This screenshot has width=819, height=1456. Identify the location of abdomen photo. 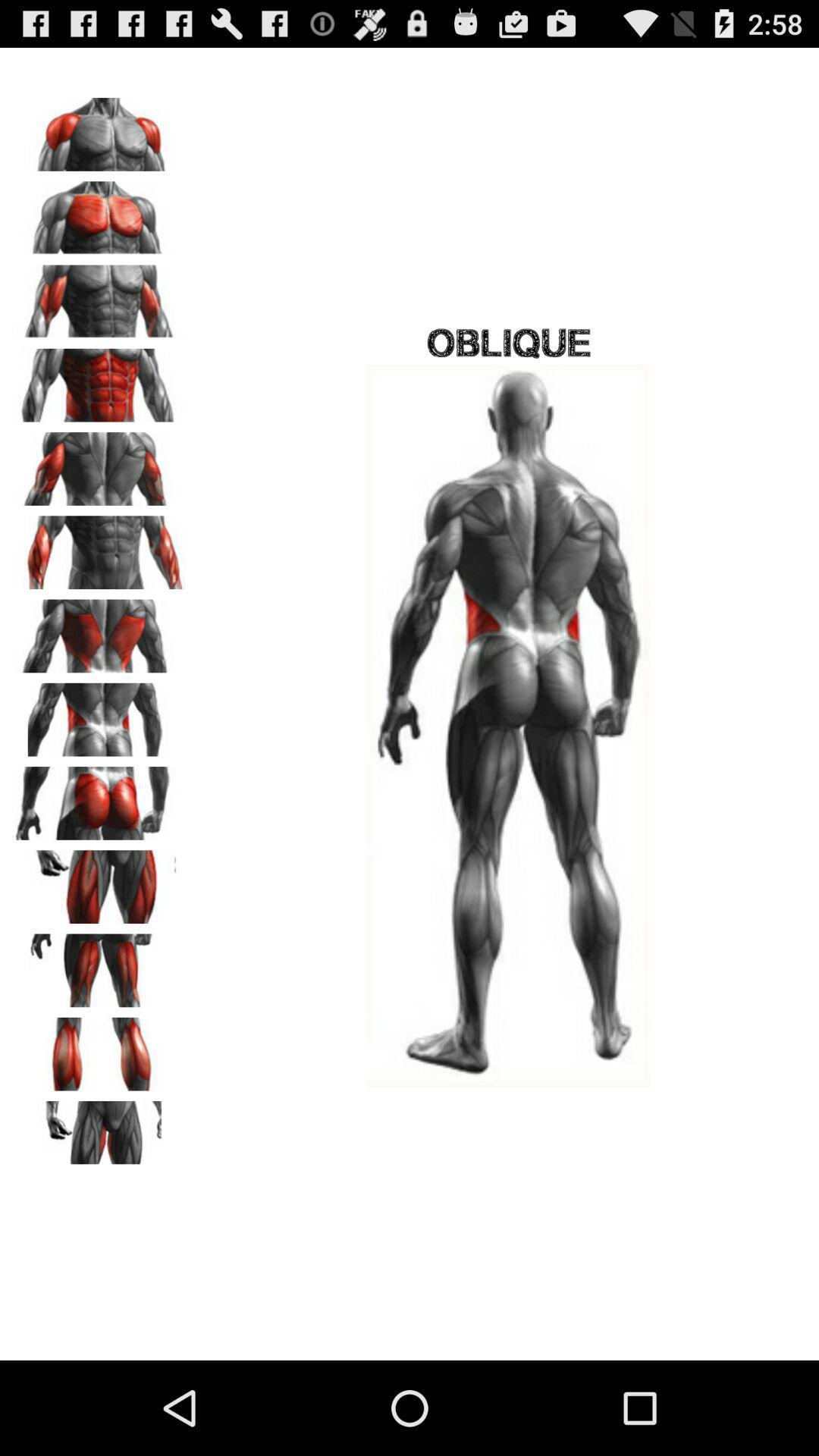
(99, 380).